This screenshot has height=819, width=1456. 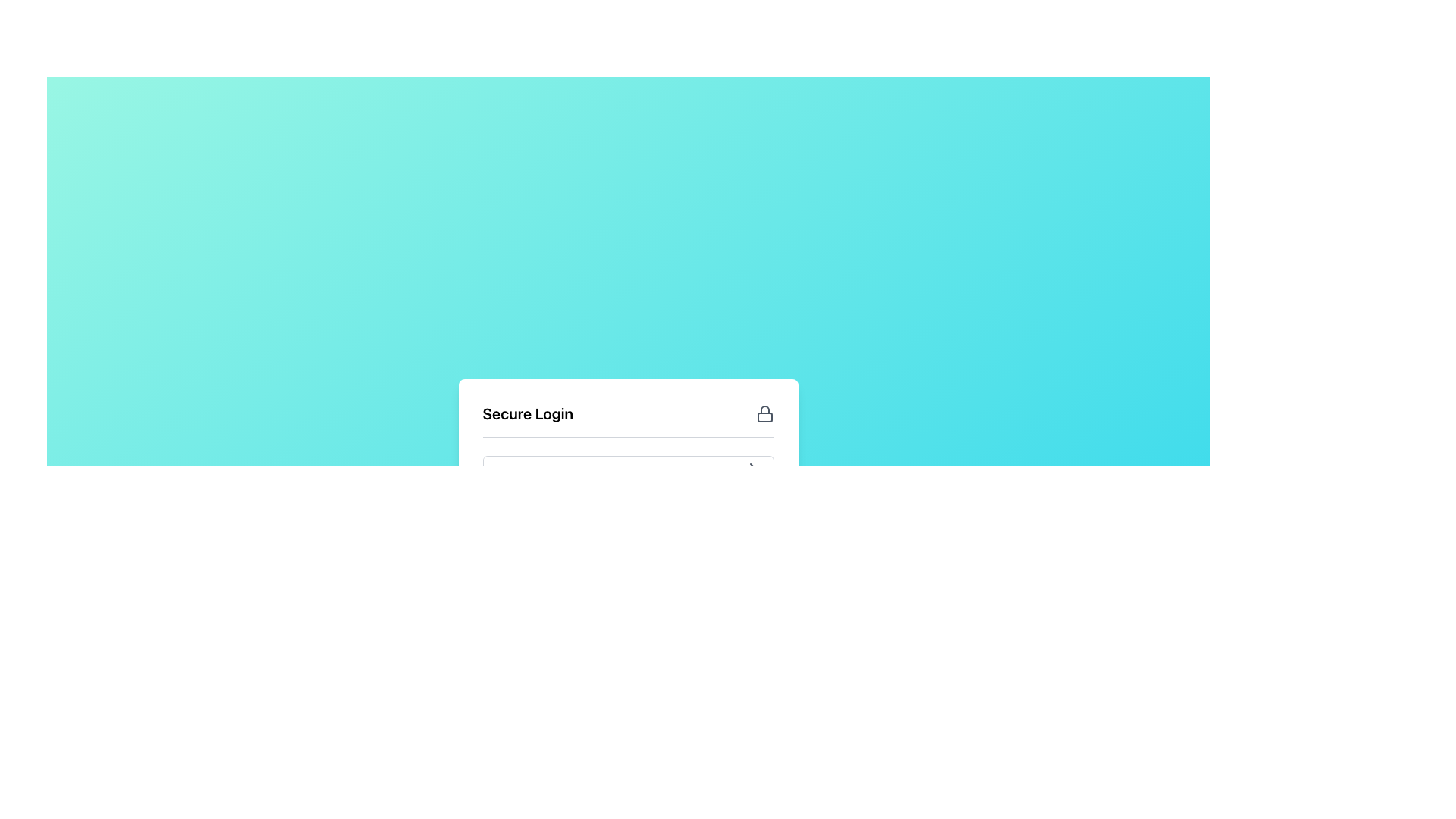 I want to click on the icon button, so click(x=758, y=470).